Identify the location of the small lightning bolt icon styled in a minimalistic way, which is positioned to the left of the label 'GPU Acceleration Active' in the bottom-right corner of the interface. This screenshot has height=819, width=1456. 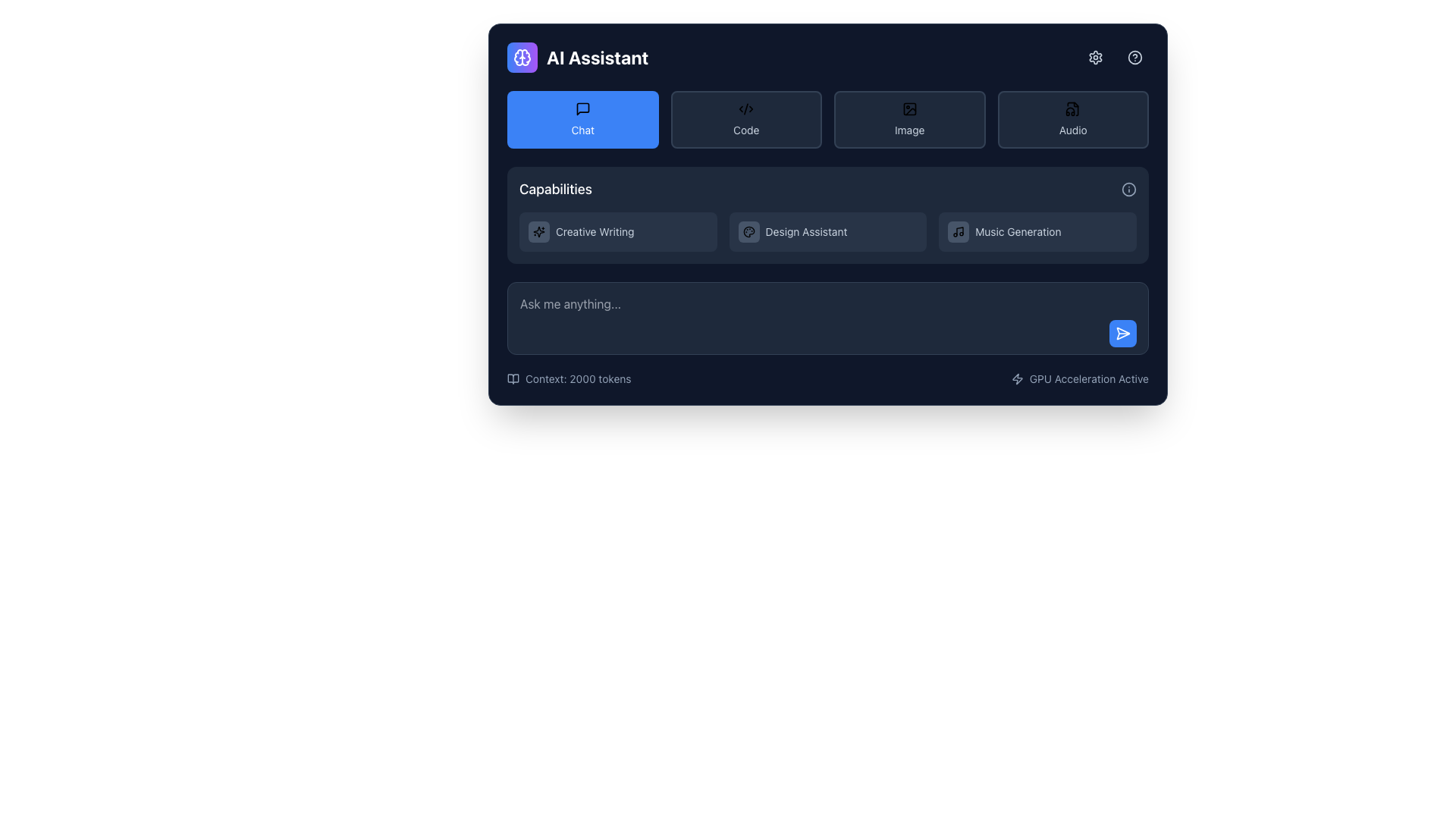
(1017, 378).